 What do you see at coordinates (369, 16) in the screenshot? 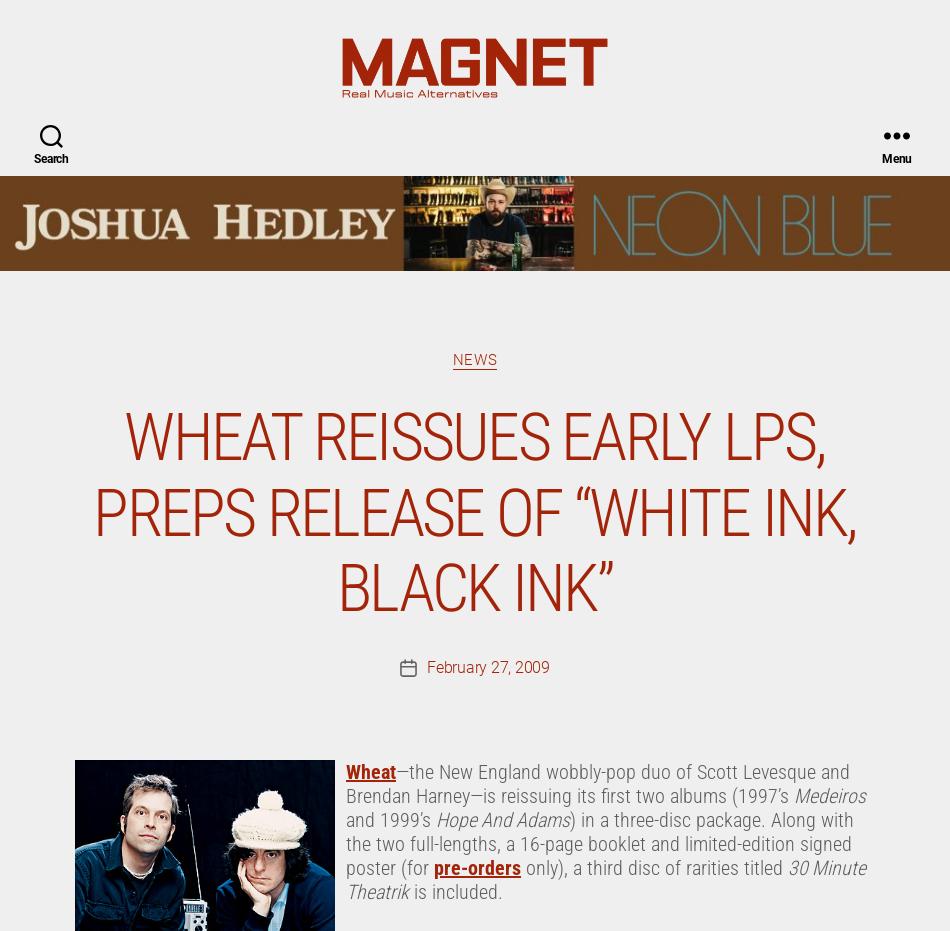
I see `'Wheat'` at bounding box center [369, 16].